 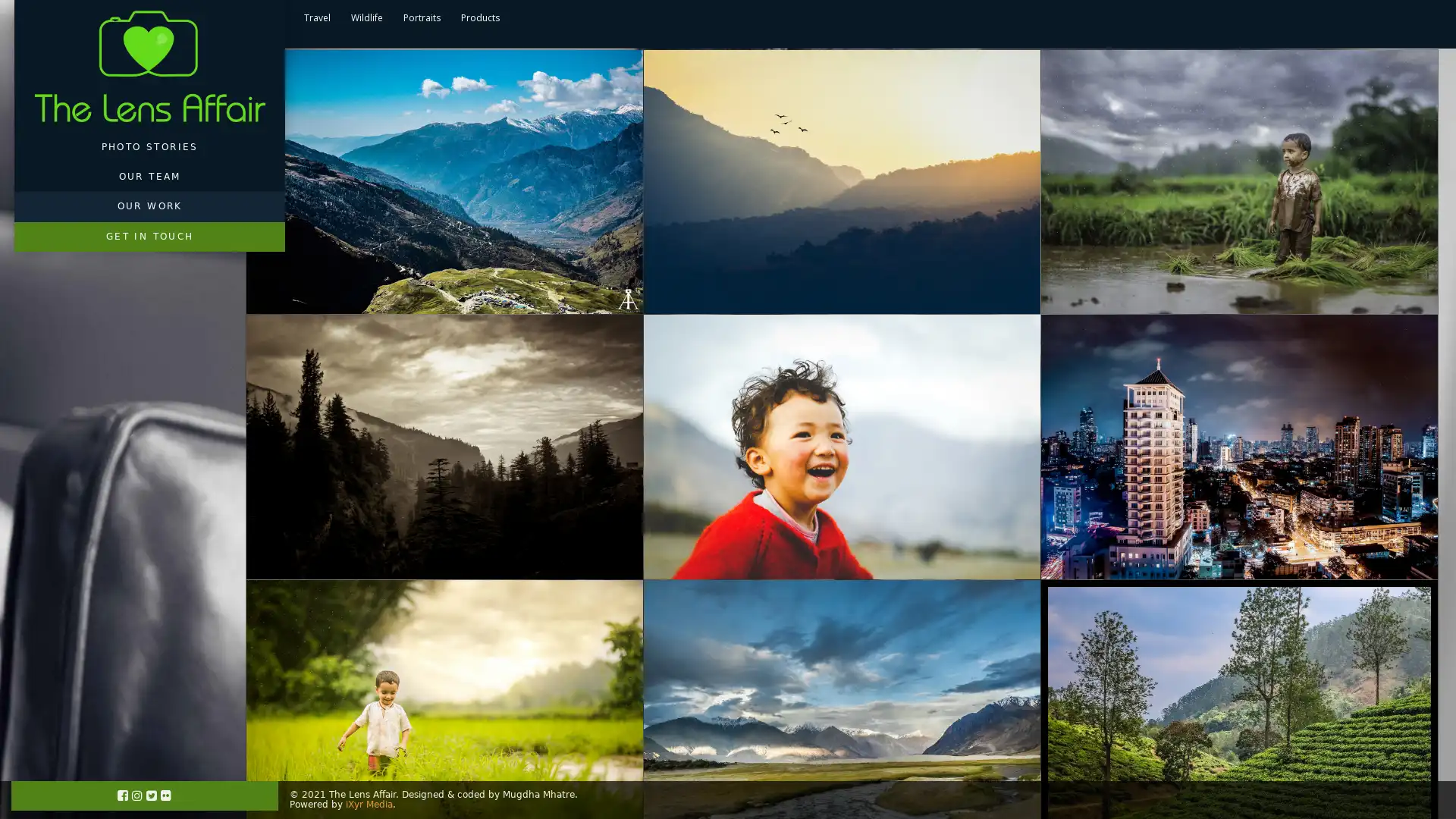 I want to click on Wildlife, so click(x=366, y=17).